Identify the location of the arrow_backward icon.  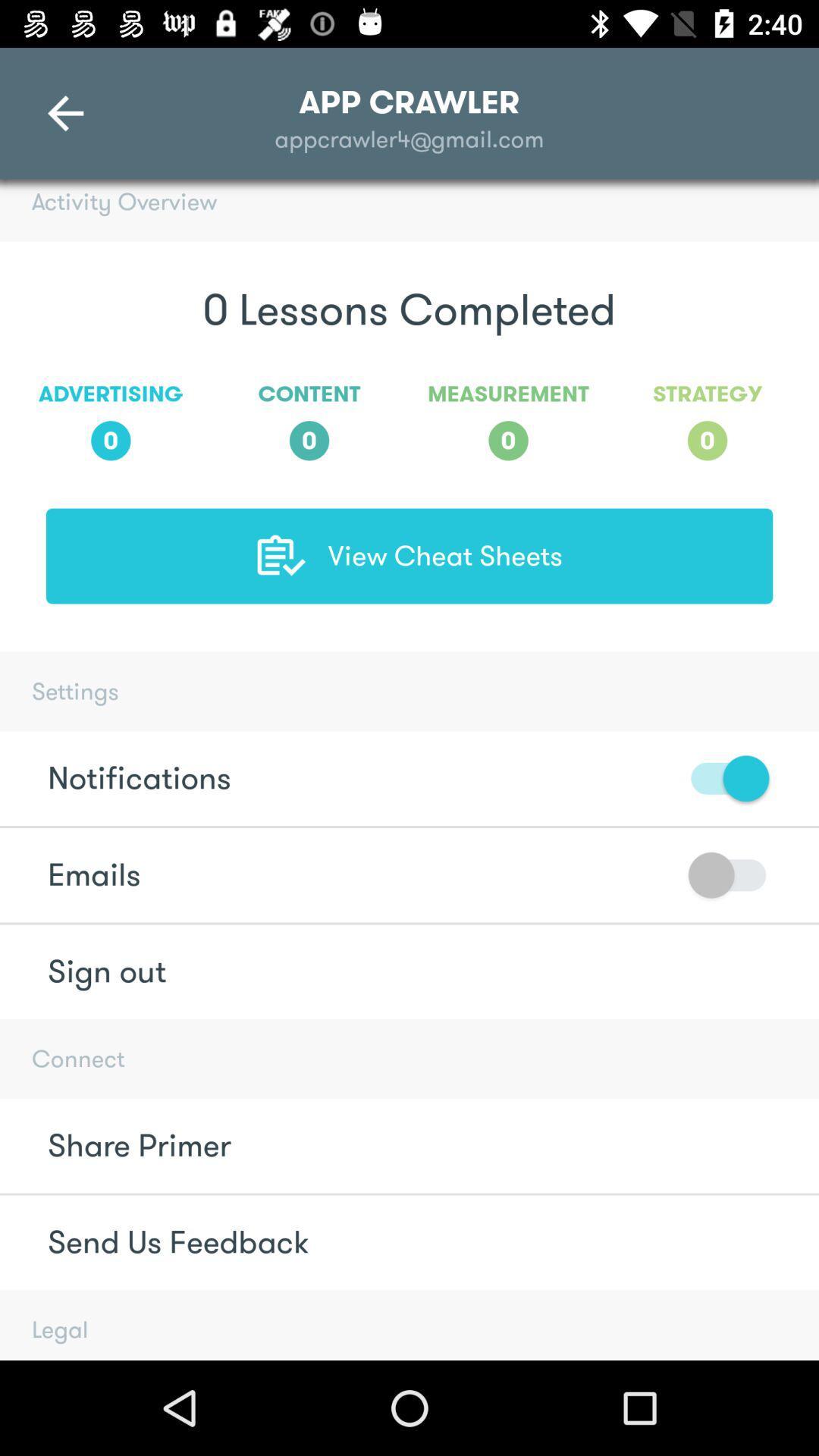
(64, 112).